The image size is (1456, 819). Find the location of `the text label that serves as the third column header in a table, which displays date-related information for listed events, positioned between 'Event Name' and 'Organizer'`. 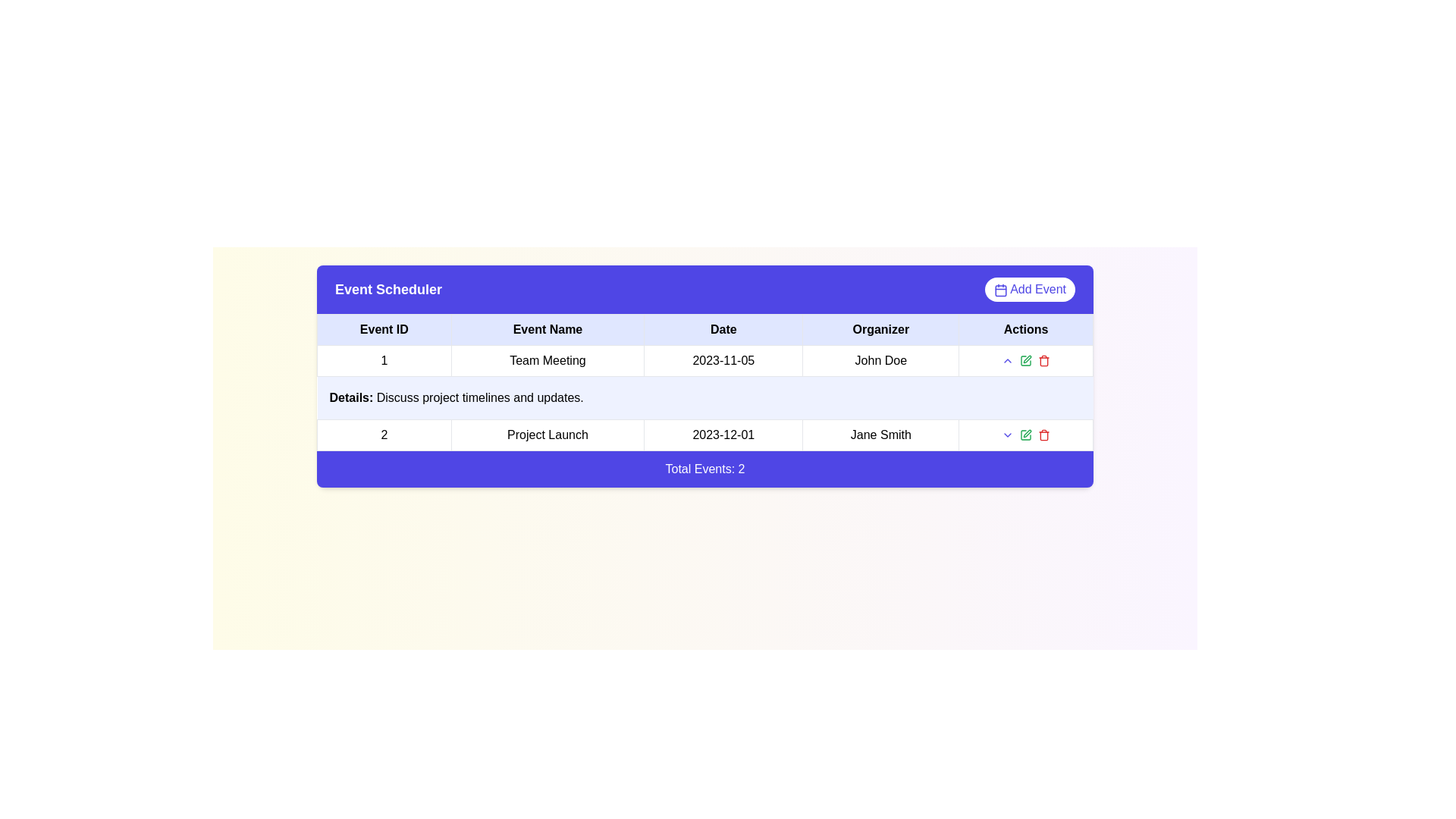

the text label that serves as the third column header in a table, which displays date-related information for listed events, positioned between 'Event Name' and 'Organizer' is located at coordinates (723, 329).